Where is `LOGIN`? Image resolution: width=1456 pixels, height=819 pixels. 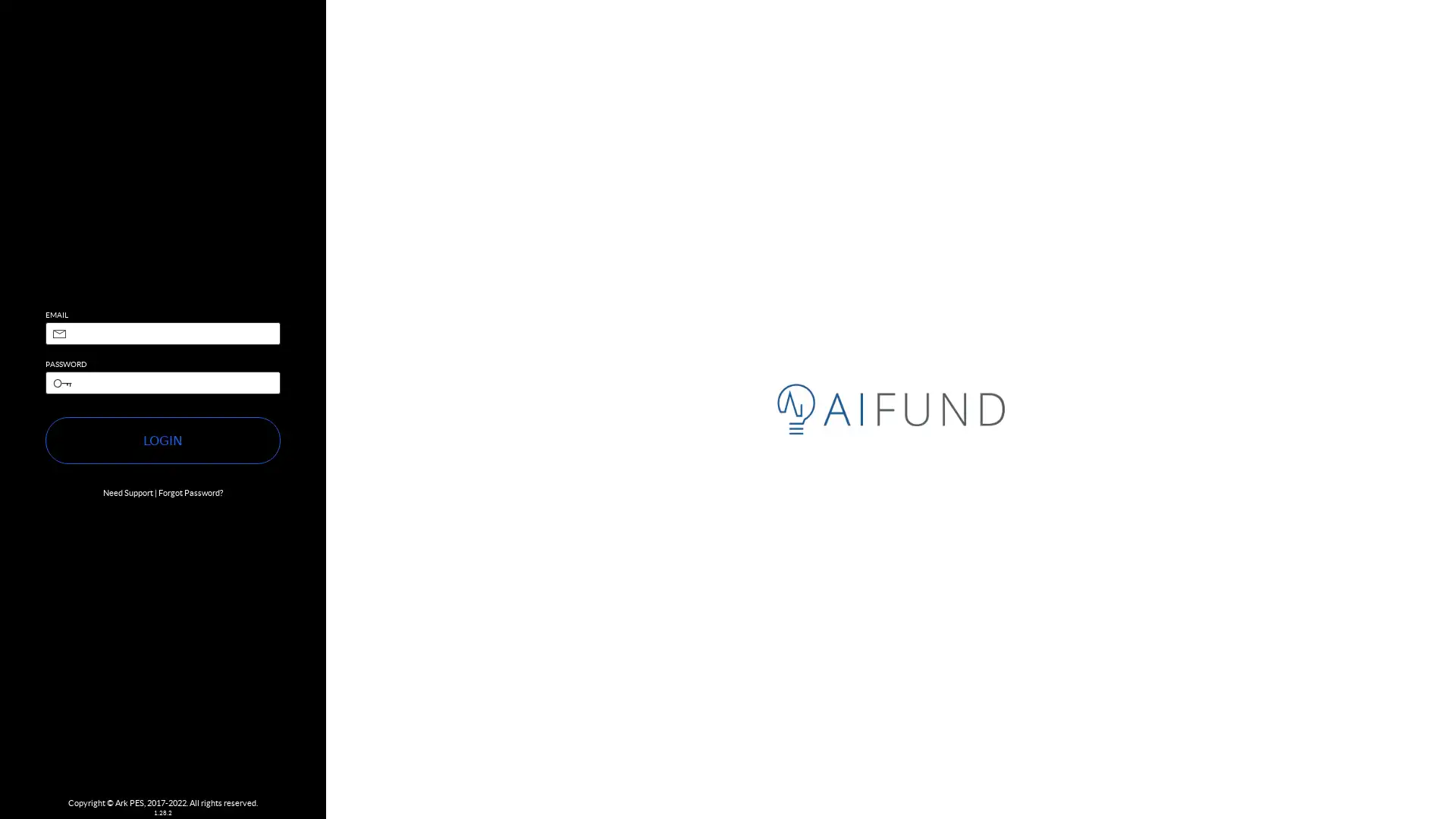
LOGIN is located at coordinates (163, 439).